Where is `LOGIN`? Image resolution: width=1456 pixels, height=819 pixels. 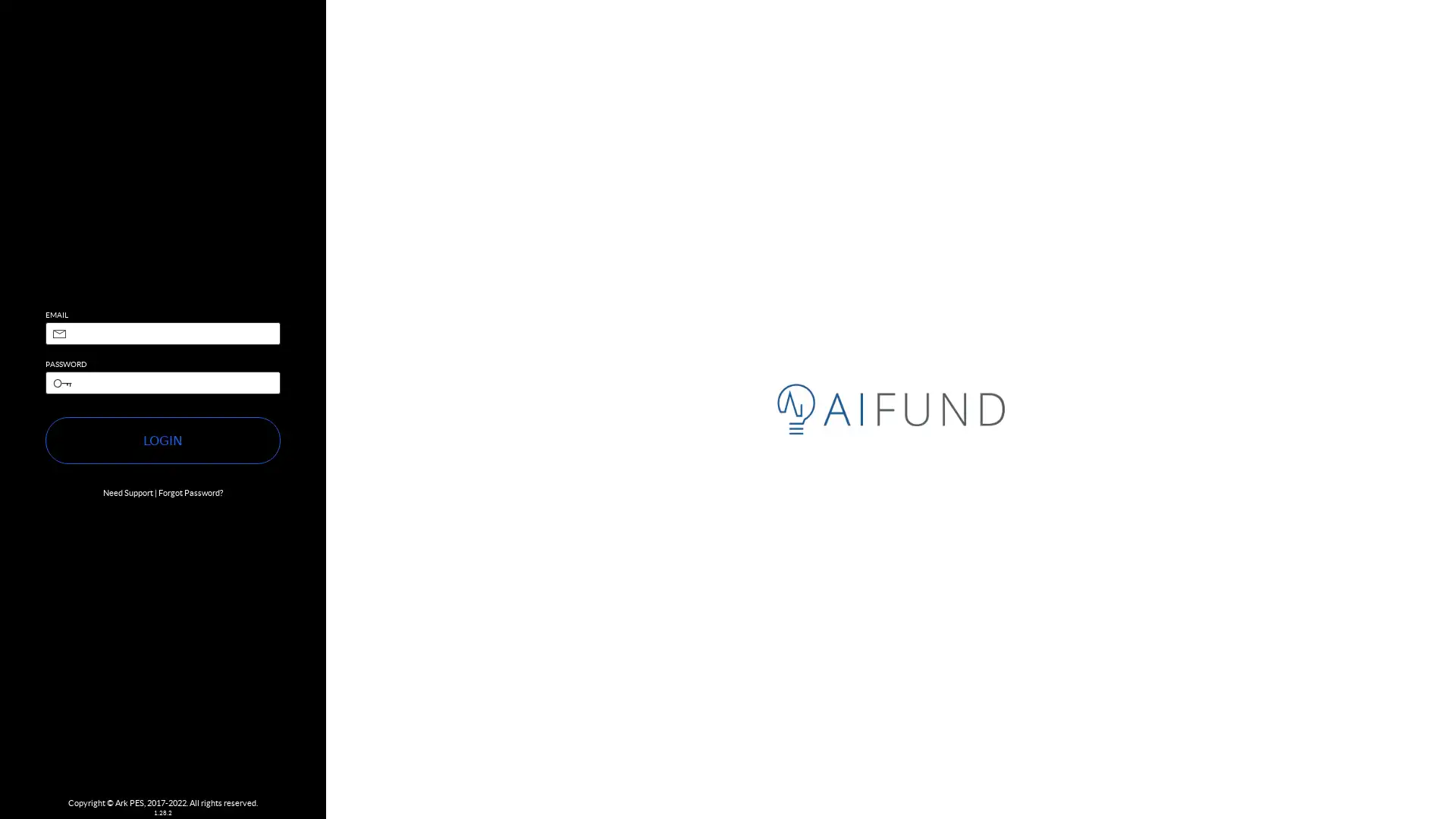
LOGIN is located at coordinates (163, 439).